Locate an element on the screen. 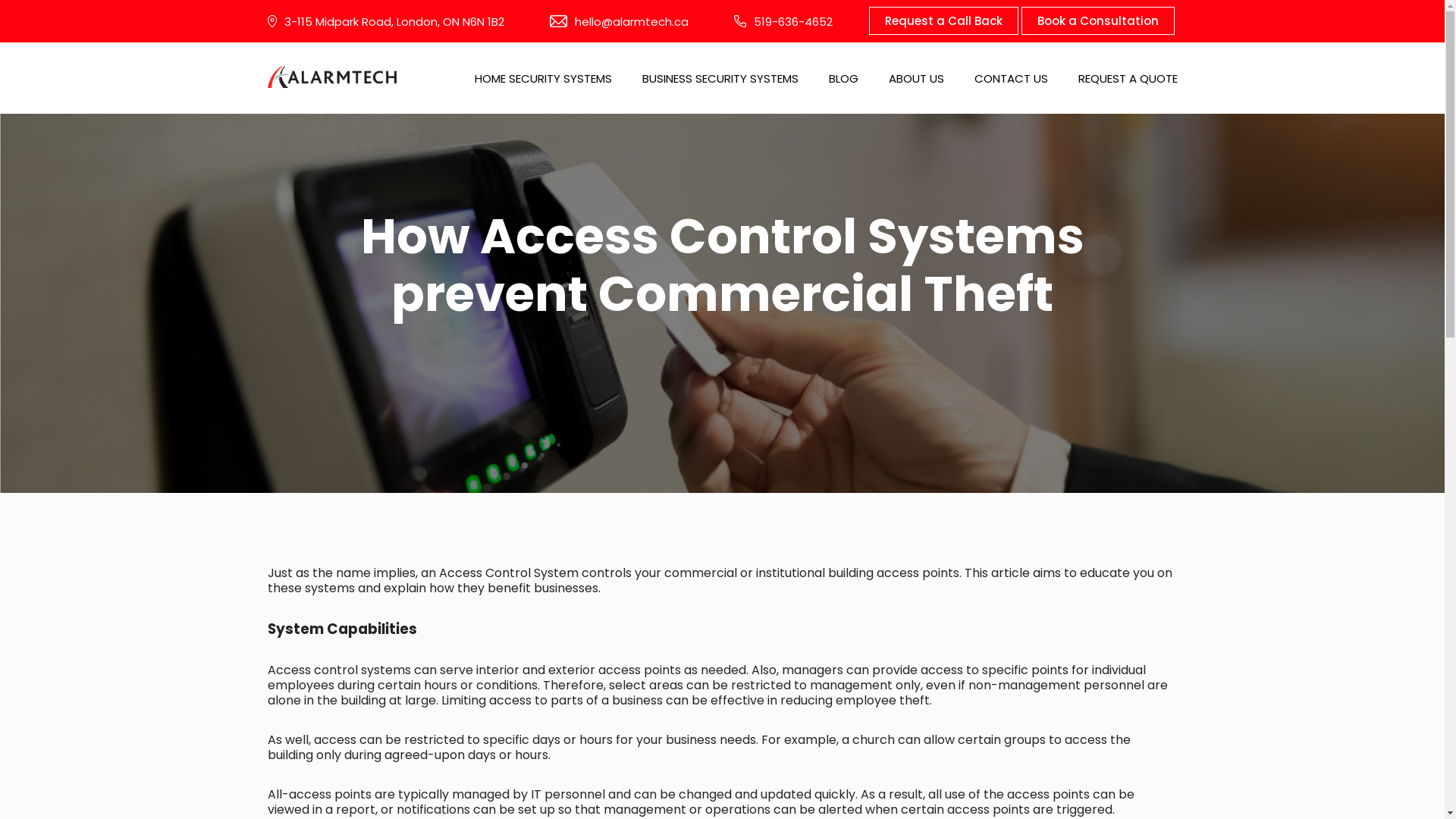 The width and height of the screenshot is (1456, 819). 'Request a Call Back' is located at coordinates (869, 20).